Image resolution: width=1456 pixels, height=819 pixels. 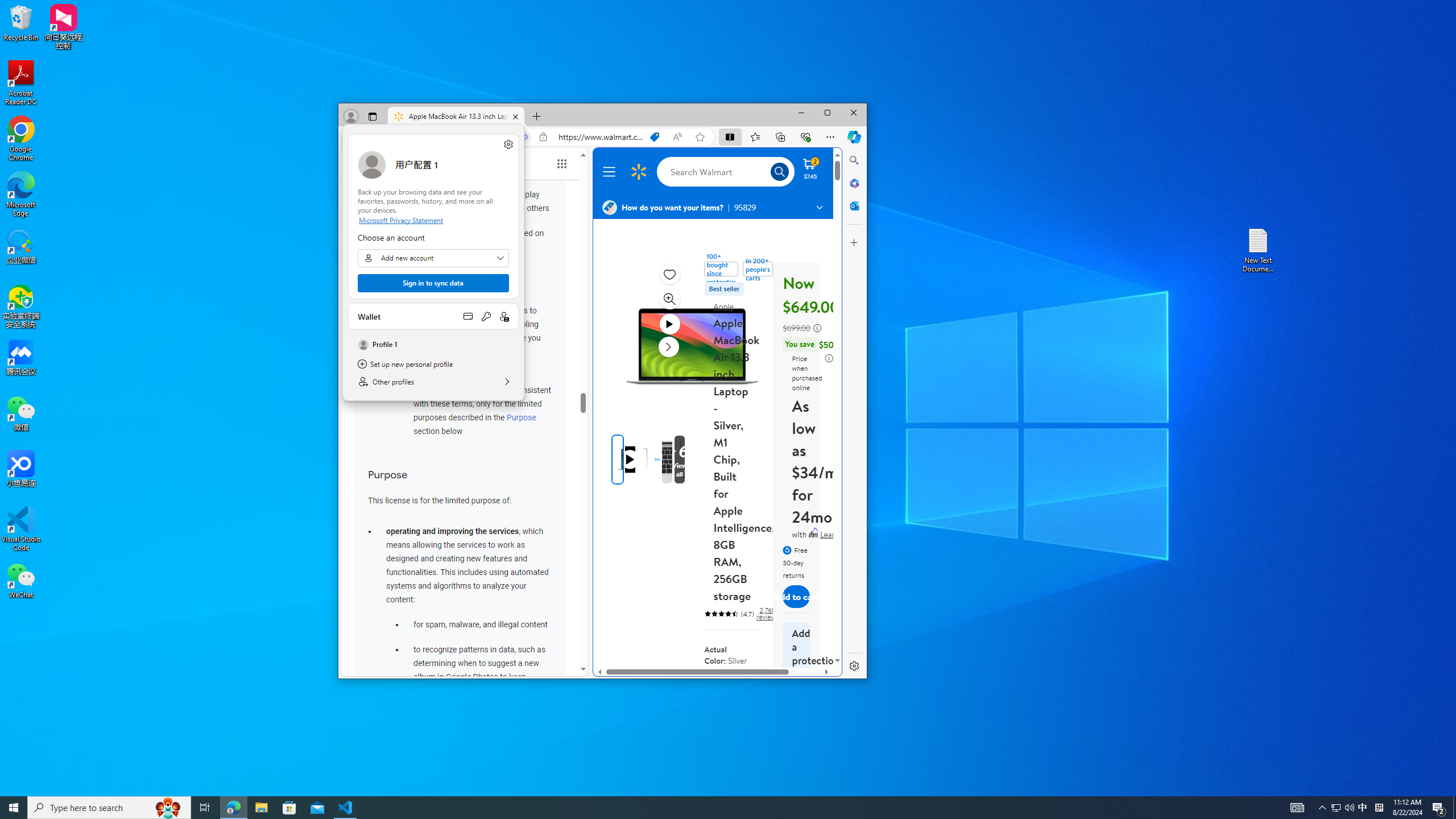 I want to click on 'Cart contains 2 items Total Amount $7.45', so click(x=809, y=167).